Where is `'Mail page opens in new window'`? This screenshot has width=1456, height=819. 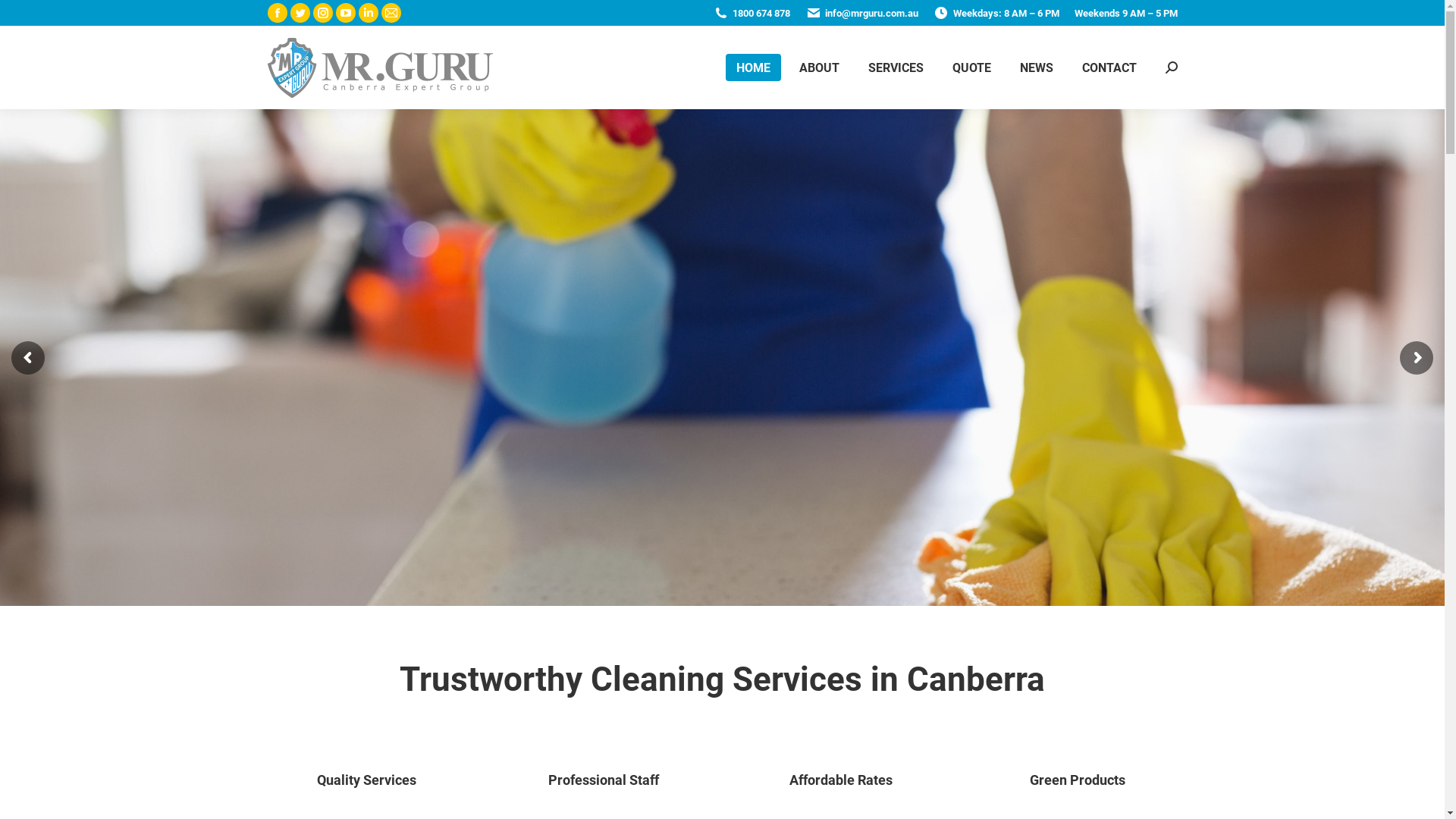 'Mail page opens in new window' is located at coordinates (381, 12).